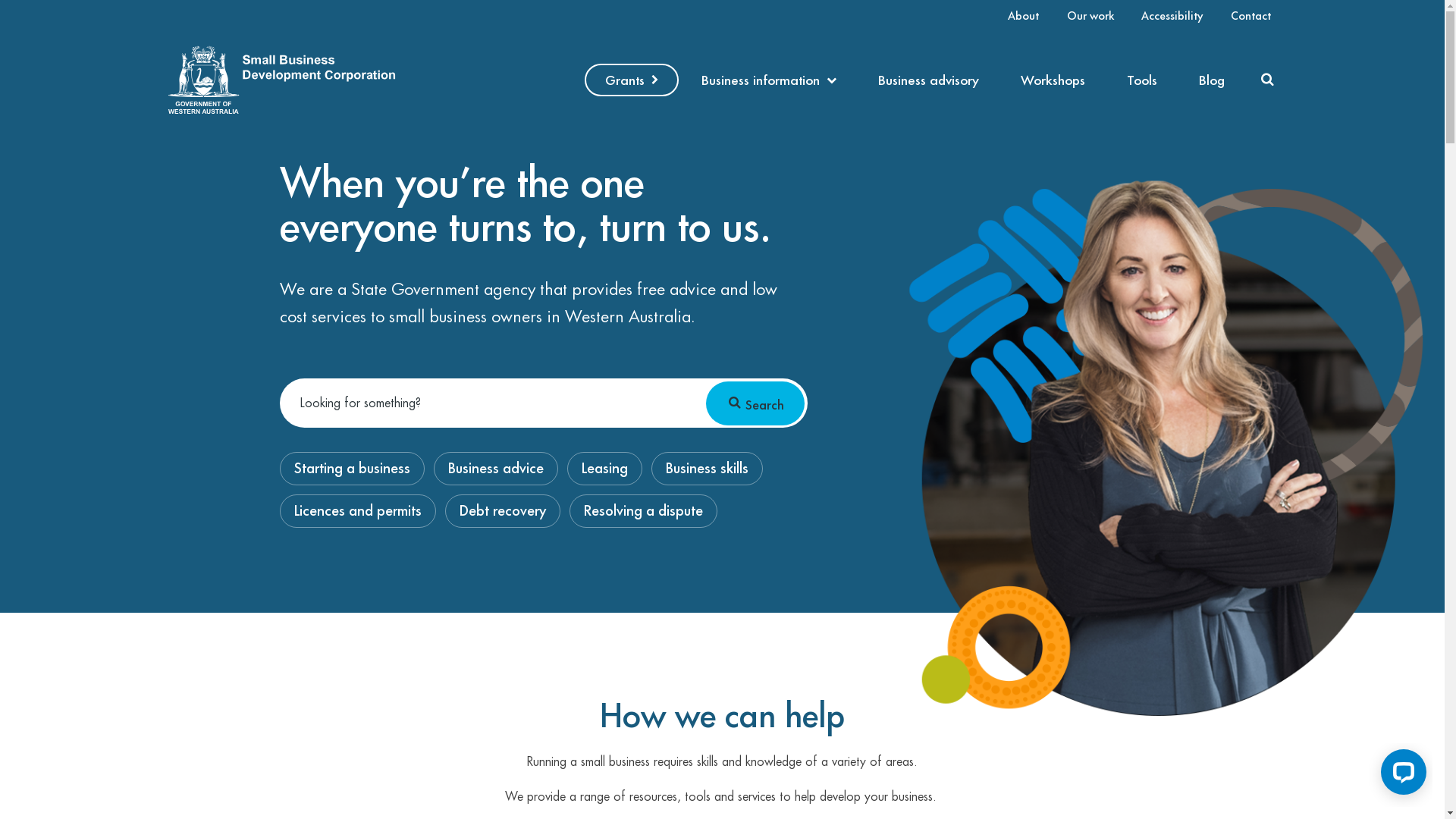 The width and height of the screenshot is (1456, 819). I want to click on 'Debt recovery', so click(502, 511).